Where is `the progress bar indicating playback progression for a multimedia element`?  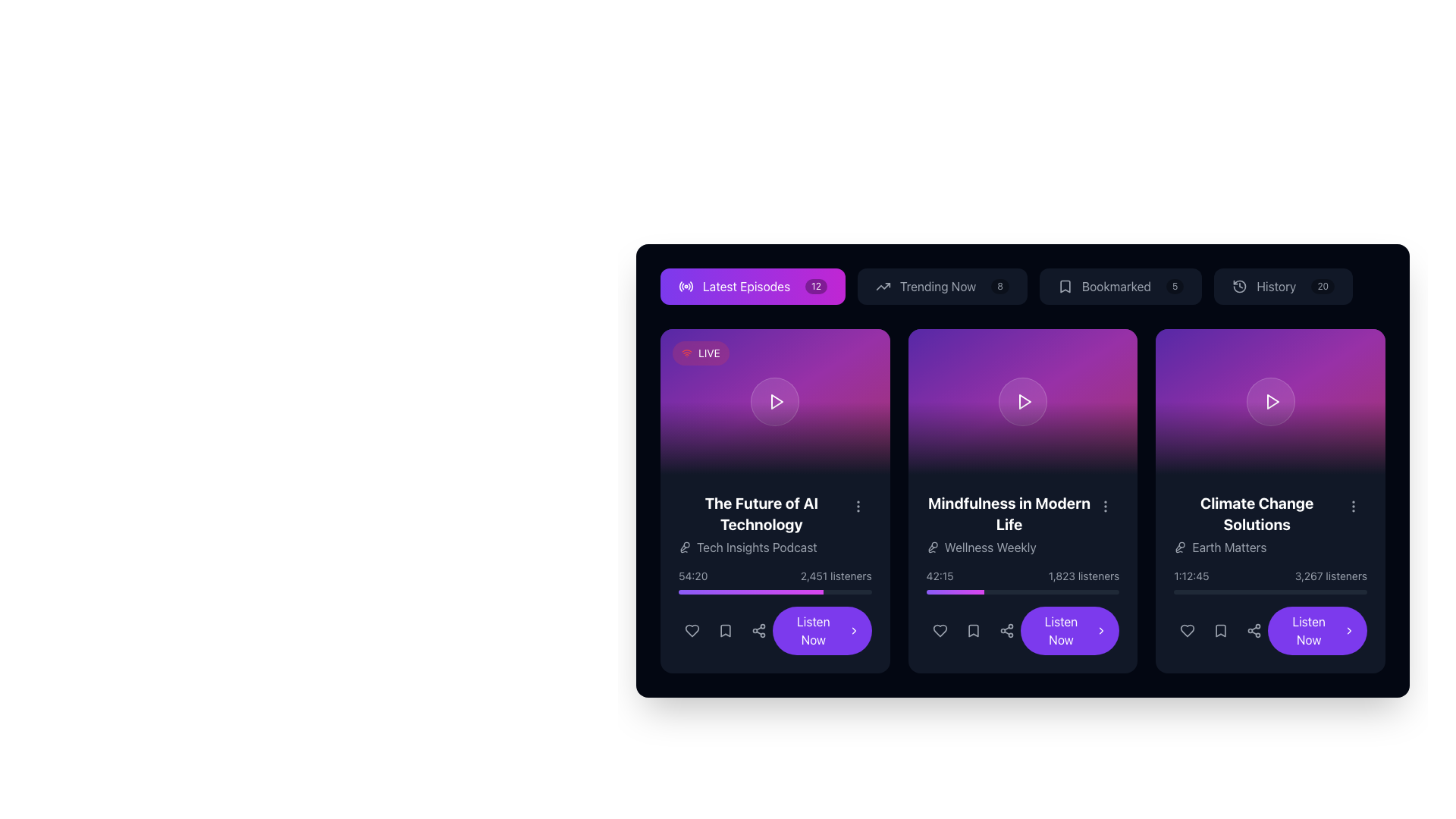 the progress bar indicating playback progression for a multimedia element is located at coordinates (1270, 591).